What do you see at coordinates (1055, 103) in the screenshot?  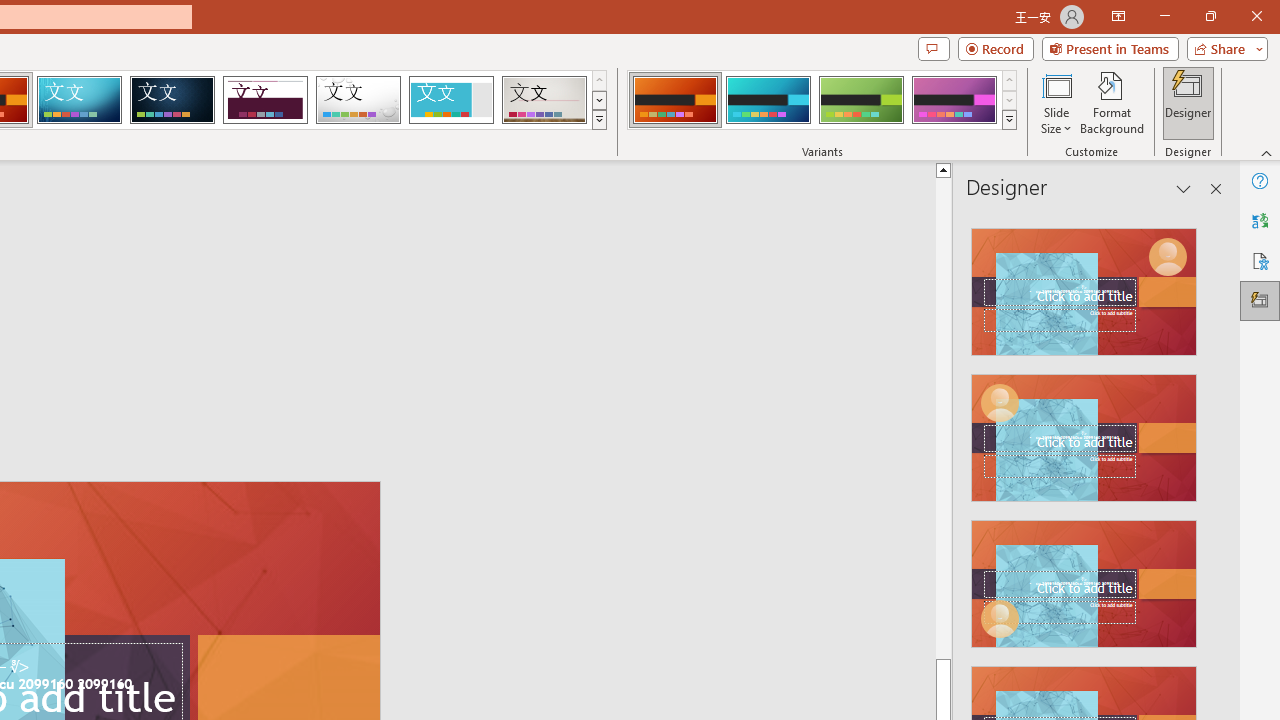 I see `'Slide Size'` at bounding box center [1055, 103].